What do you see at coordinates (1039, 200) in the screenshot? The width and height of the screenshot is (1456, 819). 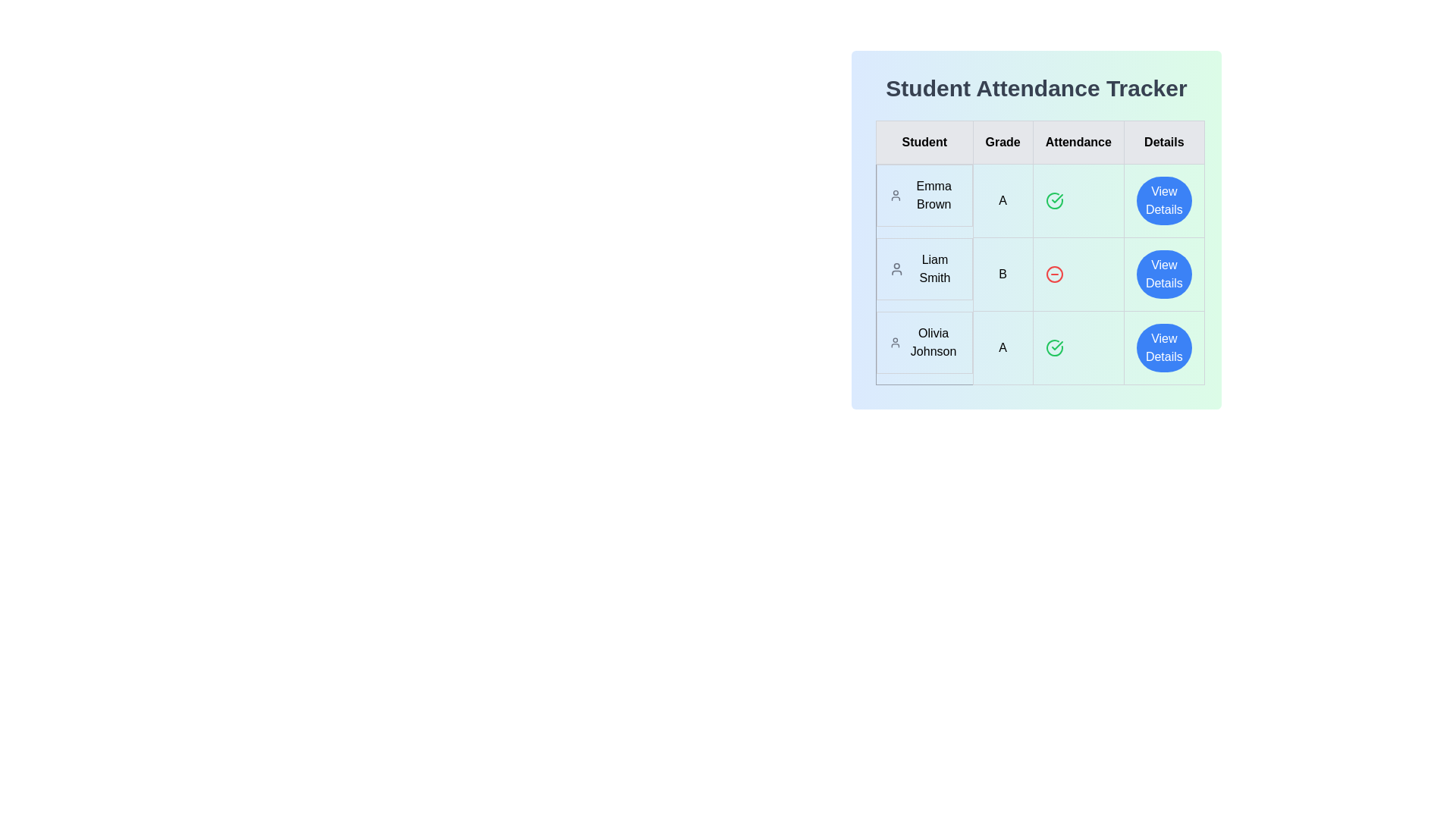 I see `the row corresponding to Emma Brown to highlight it` at bounding box center [1039, 200].